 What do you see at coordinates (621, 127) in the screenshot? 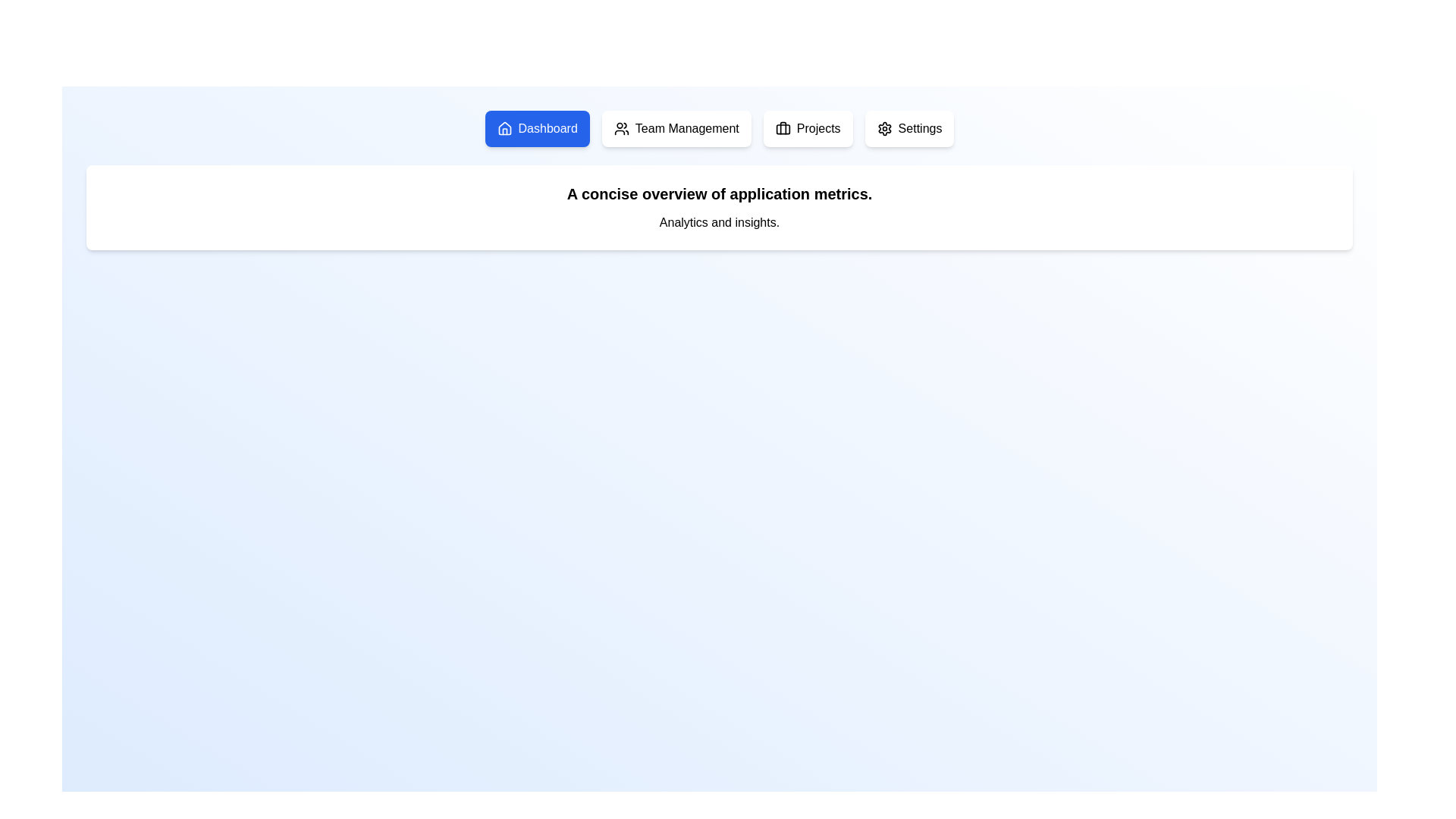
I see `the compact icon depicting a group of people located within the 'Team Management' button in the navigation bar` at bounding box center [621, 127].